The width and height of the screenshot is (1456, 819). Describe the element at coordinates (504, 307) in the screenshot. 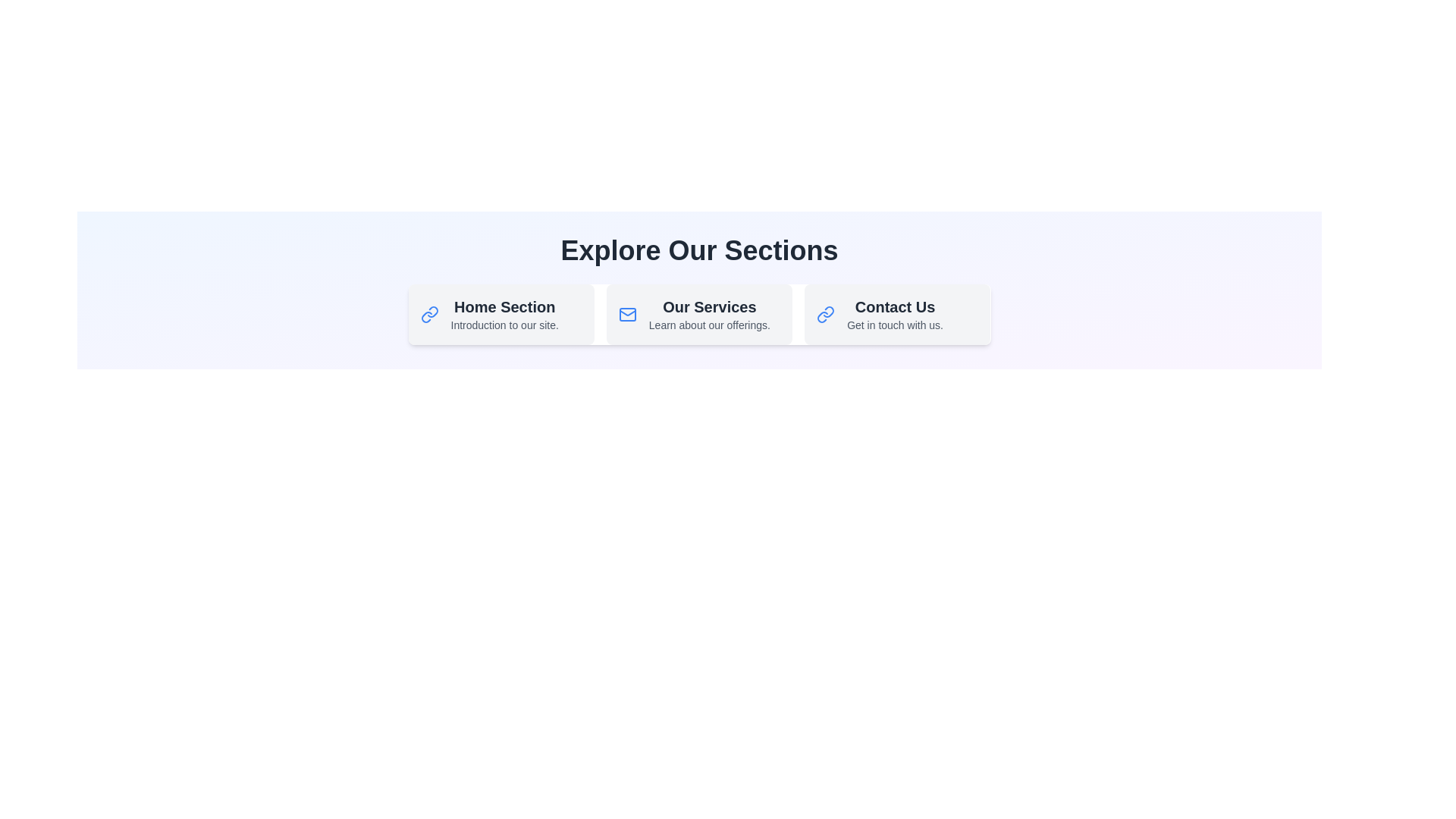

I see `the Heading text element located in the middle-left of the visible area` at that location.